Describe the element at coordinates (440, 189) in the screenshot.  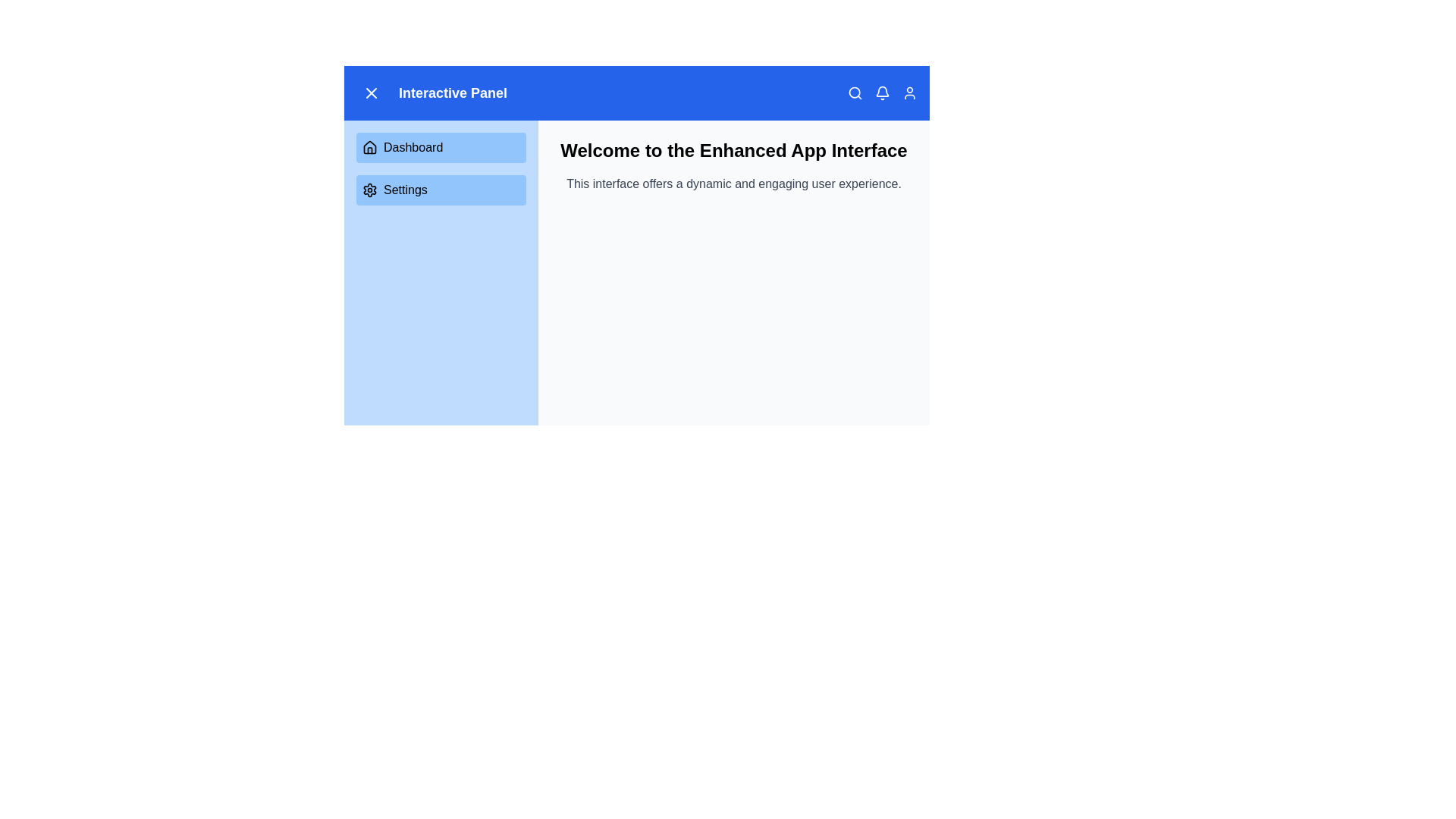
I see `the 'Settings' button, which is a rectangular button with rounded corners and a blue background, located in the sidebar below the 'Dashboard' button` at that location.